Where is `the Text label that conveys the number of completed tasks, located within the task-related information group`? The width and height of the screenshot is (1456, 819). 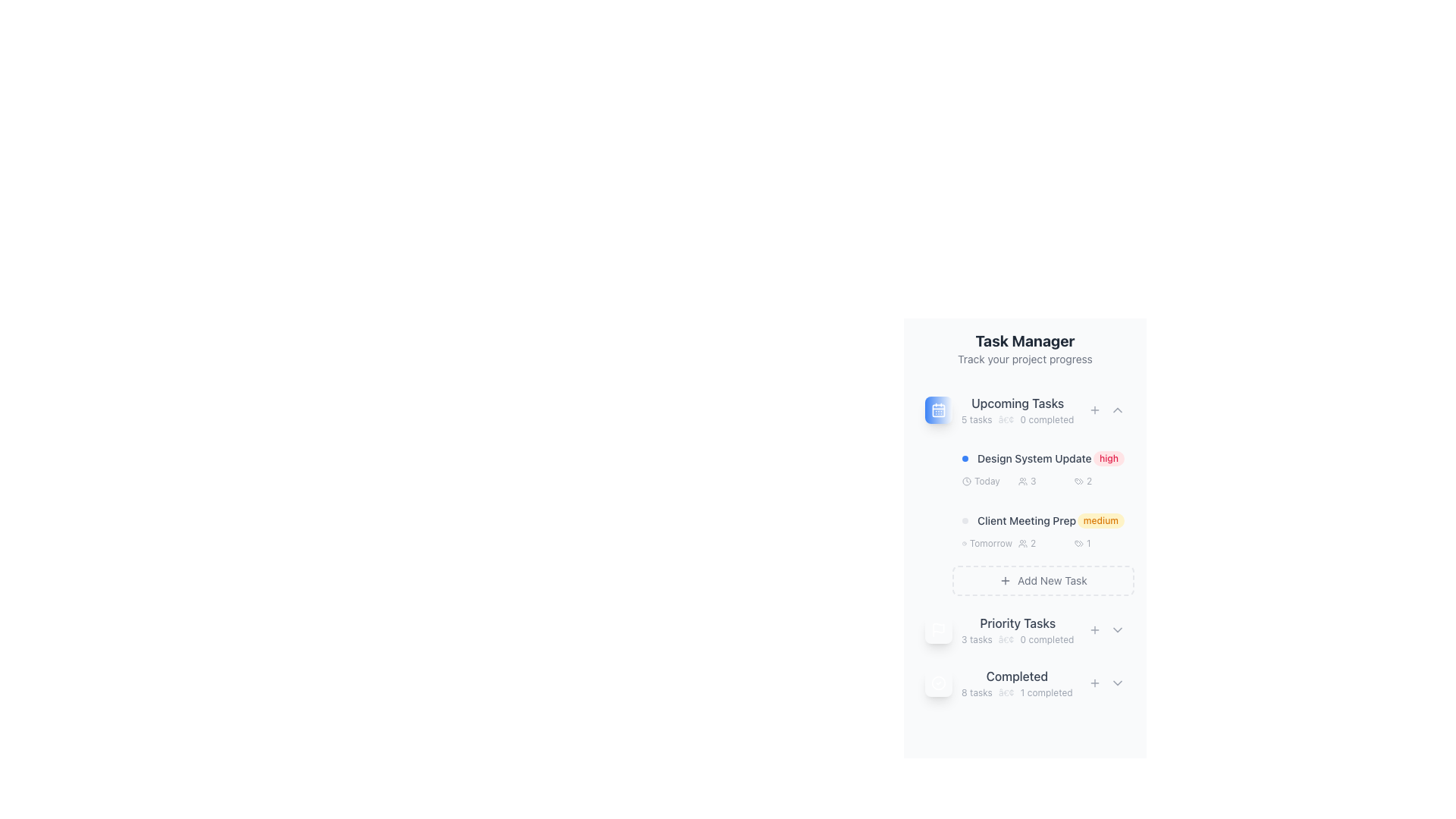 the Text label that conveys the number of completed tasks, located within the task-related information group is located at coordinates (1046, 640).